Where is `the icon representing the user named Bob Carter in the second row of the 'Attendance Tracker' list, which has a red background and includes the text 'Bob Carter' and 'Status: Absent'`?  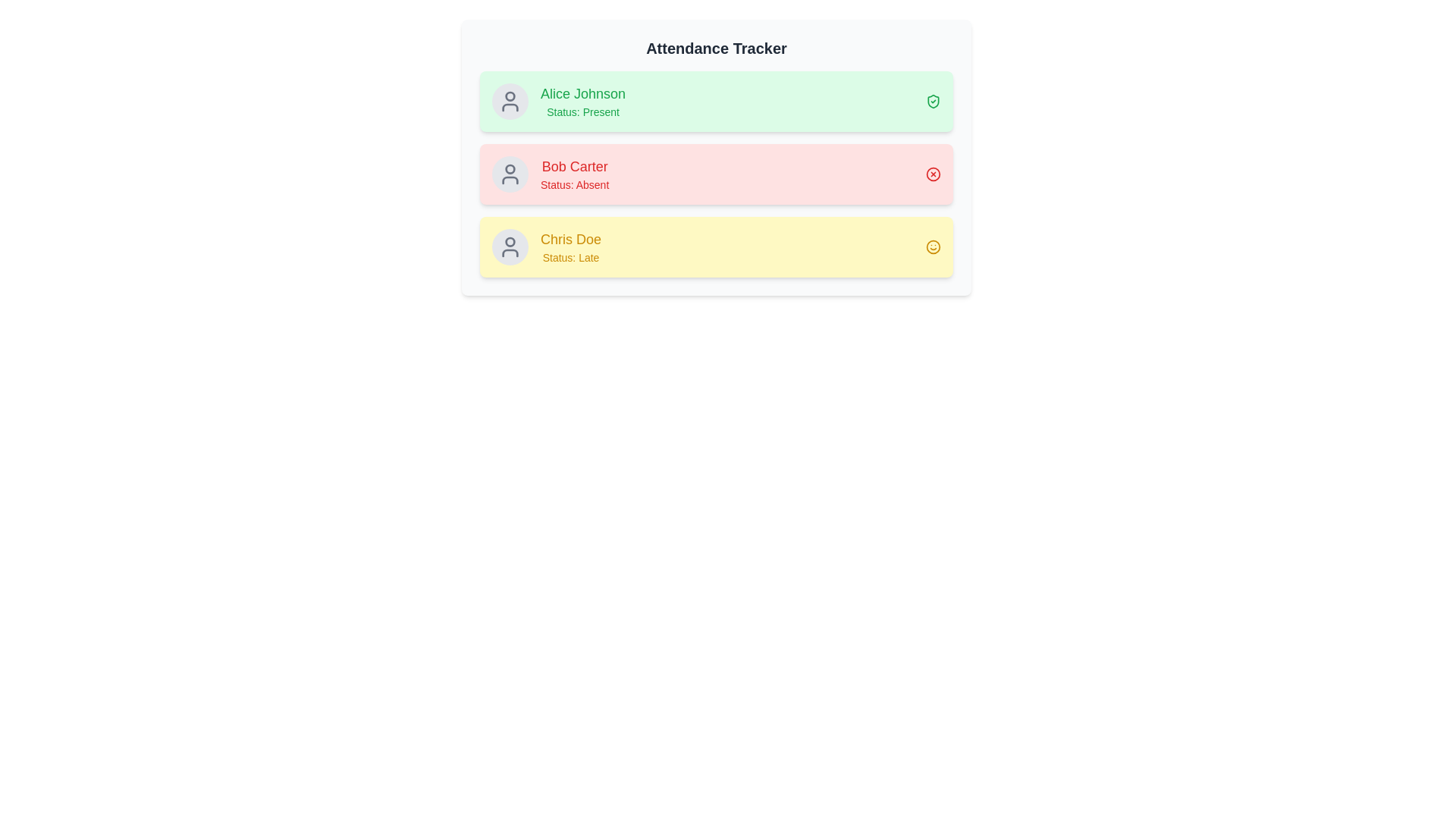
the icon representing the user named Bob Carter in the second row of the 'Attendance Tracker' list, which has a red background and includes the text 'Bob Carter' and 'Status: Absent' is located at coordinates (510, 174).